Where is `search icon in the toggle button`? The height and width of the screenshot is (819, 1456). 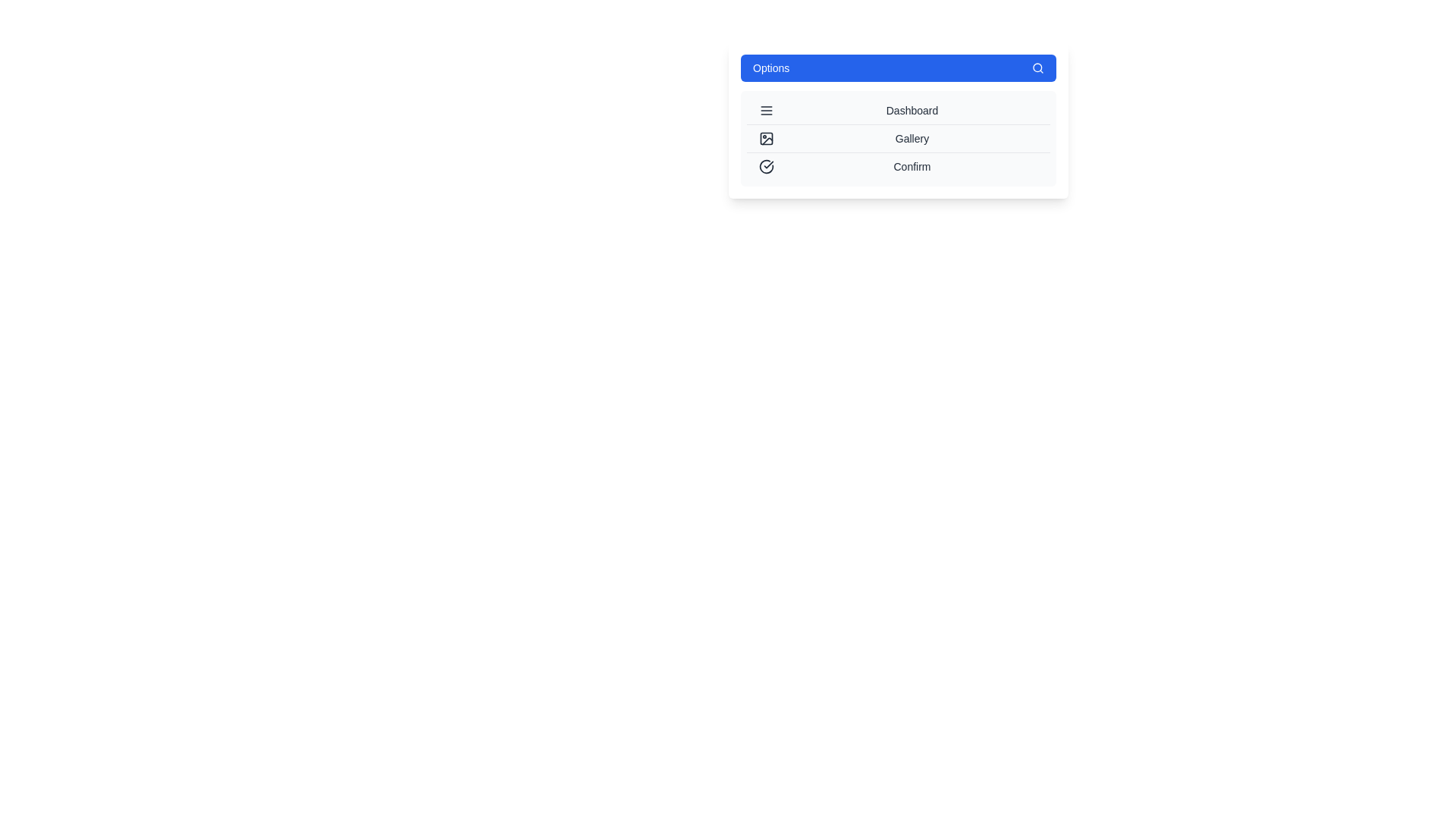
search icon in the toggle button is located at coordinates (1037, 67).